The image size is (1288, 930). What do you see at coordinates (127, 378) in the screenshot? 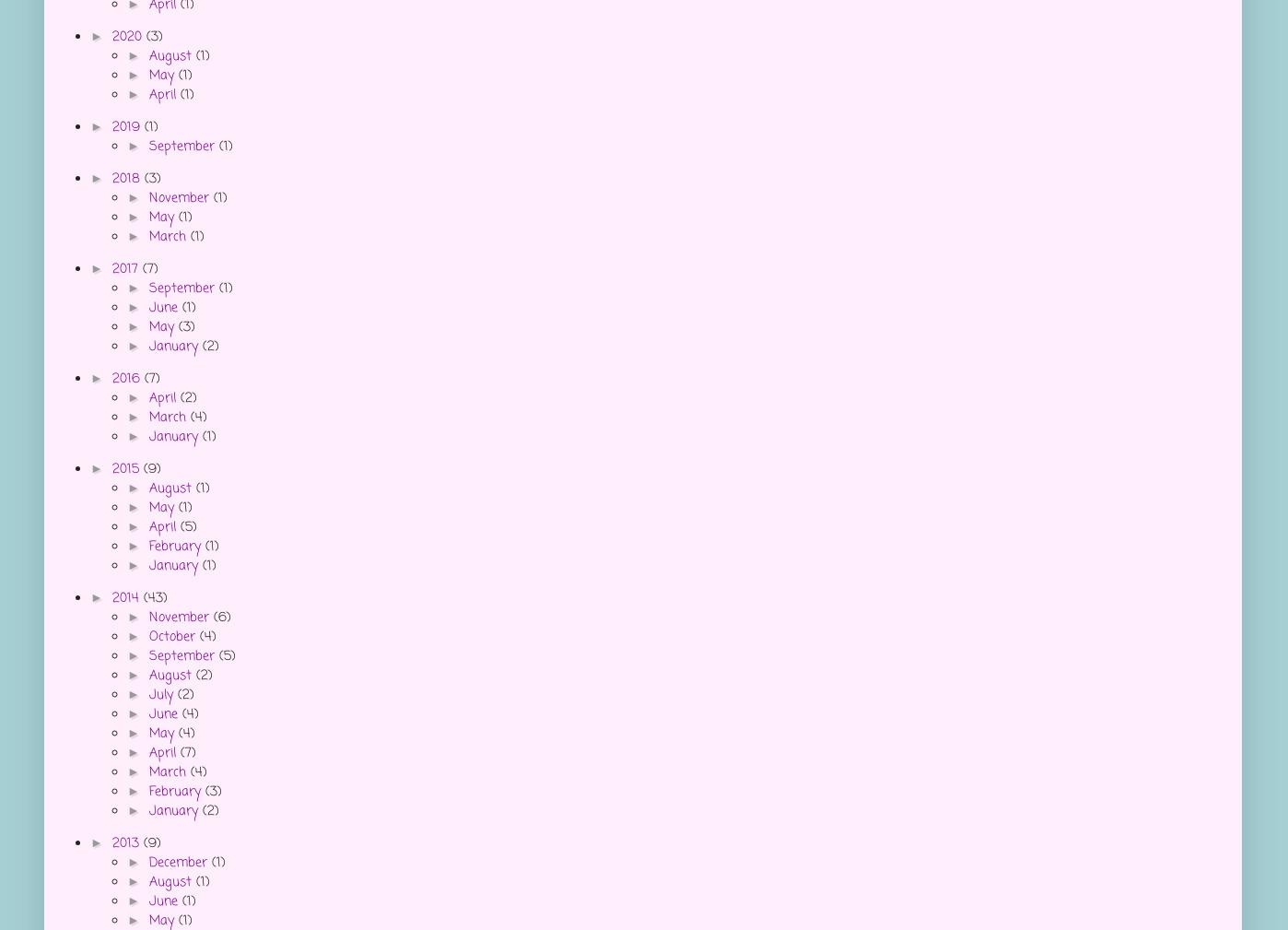
I see `'2016'` at bounding box center [127, 378].